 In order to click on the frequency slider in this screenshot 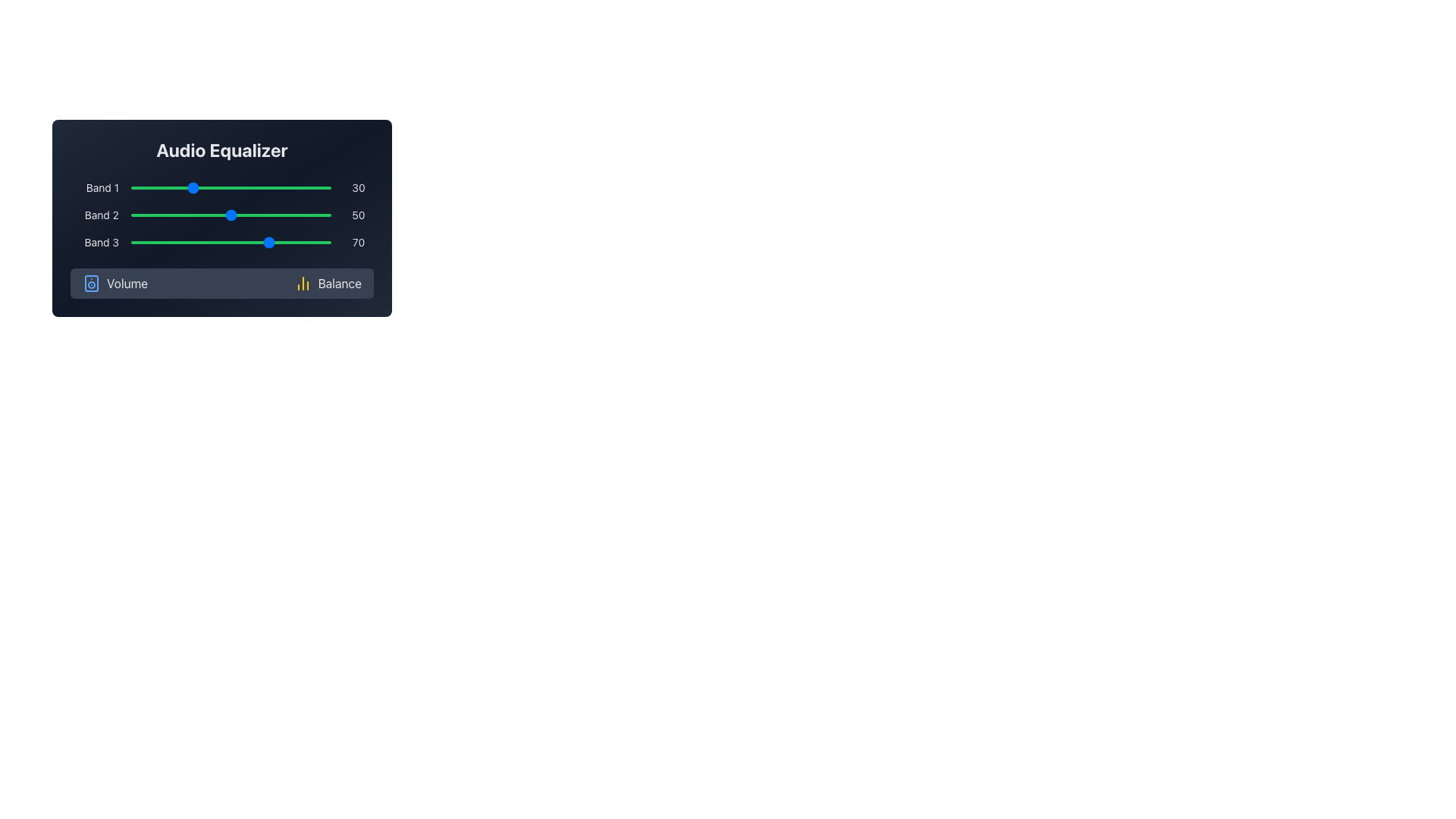, I will do `click(283, 215)`.